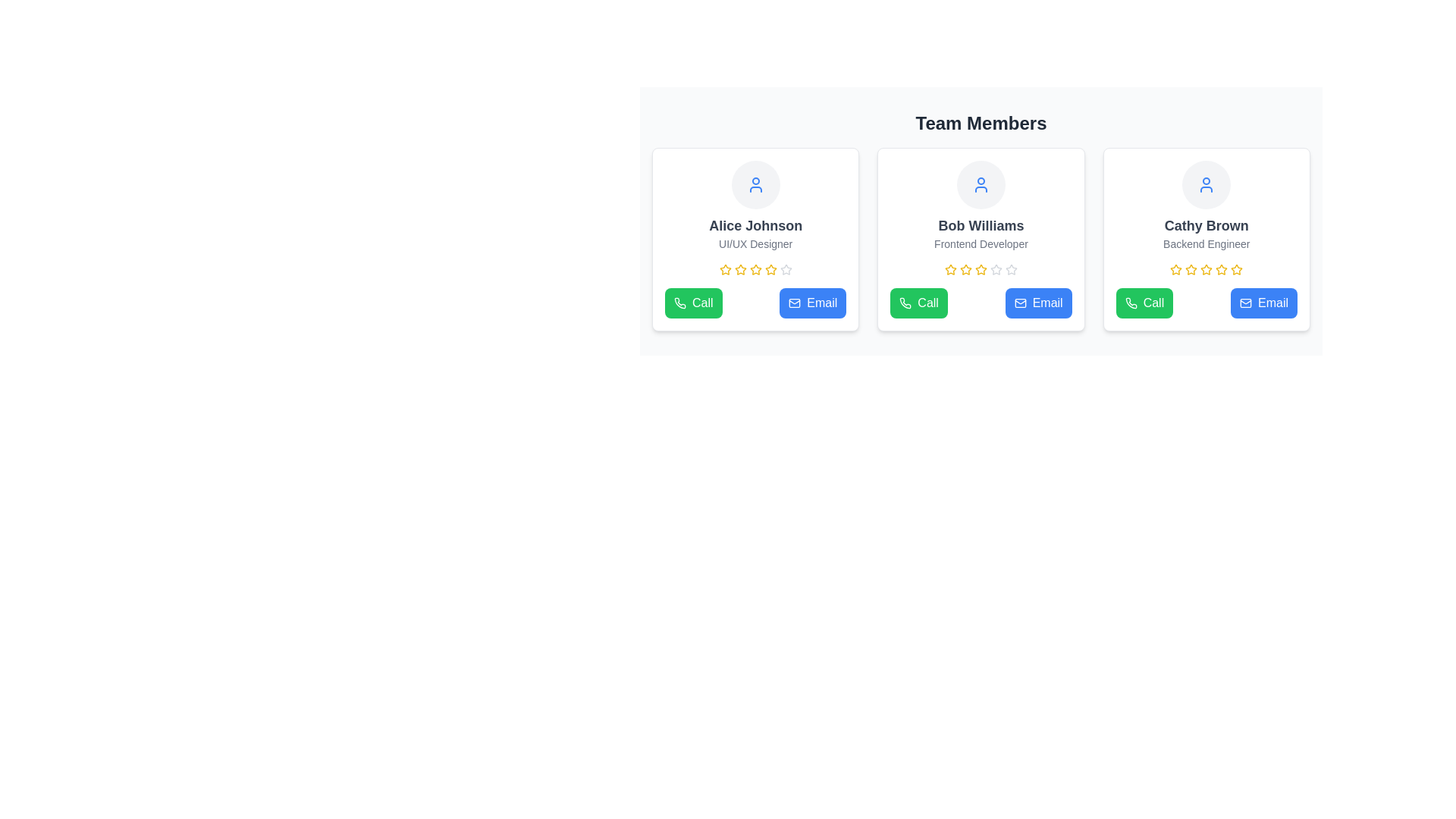  Describe the element at coordinates (1191, 268) in the screenshot. I see `the second star icon in the star rating system beneath the profile of 'Cathy Brown'` at that location.